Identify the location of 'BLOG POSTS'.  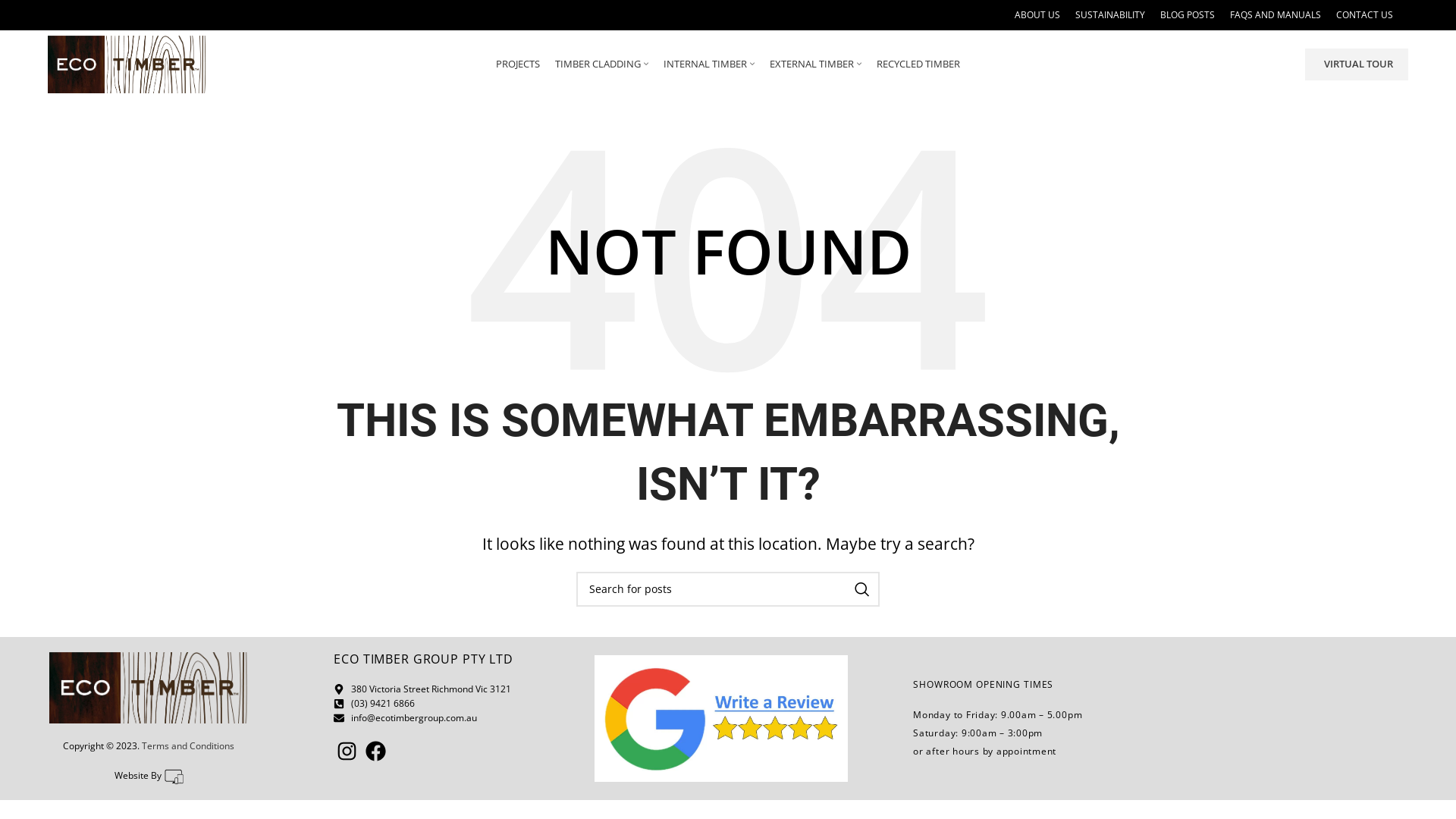
(1159, 14).